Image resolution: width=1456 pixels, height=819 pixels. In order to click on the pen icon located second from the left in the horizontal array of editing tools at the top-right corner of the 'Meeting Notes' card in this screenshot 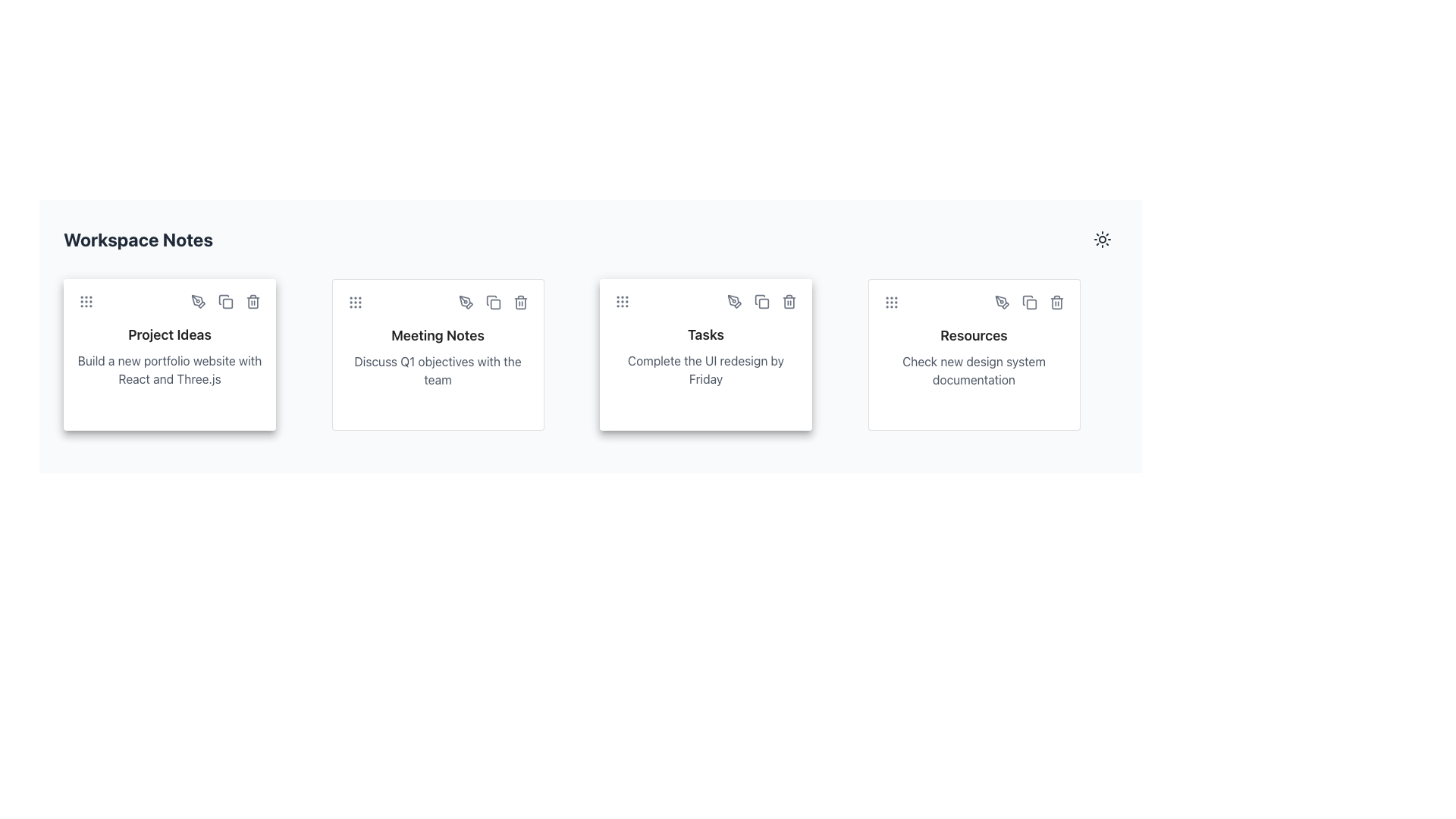, I will do `click(465, 302)`.